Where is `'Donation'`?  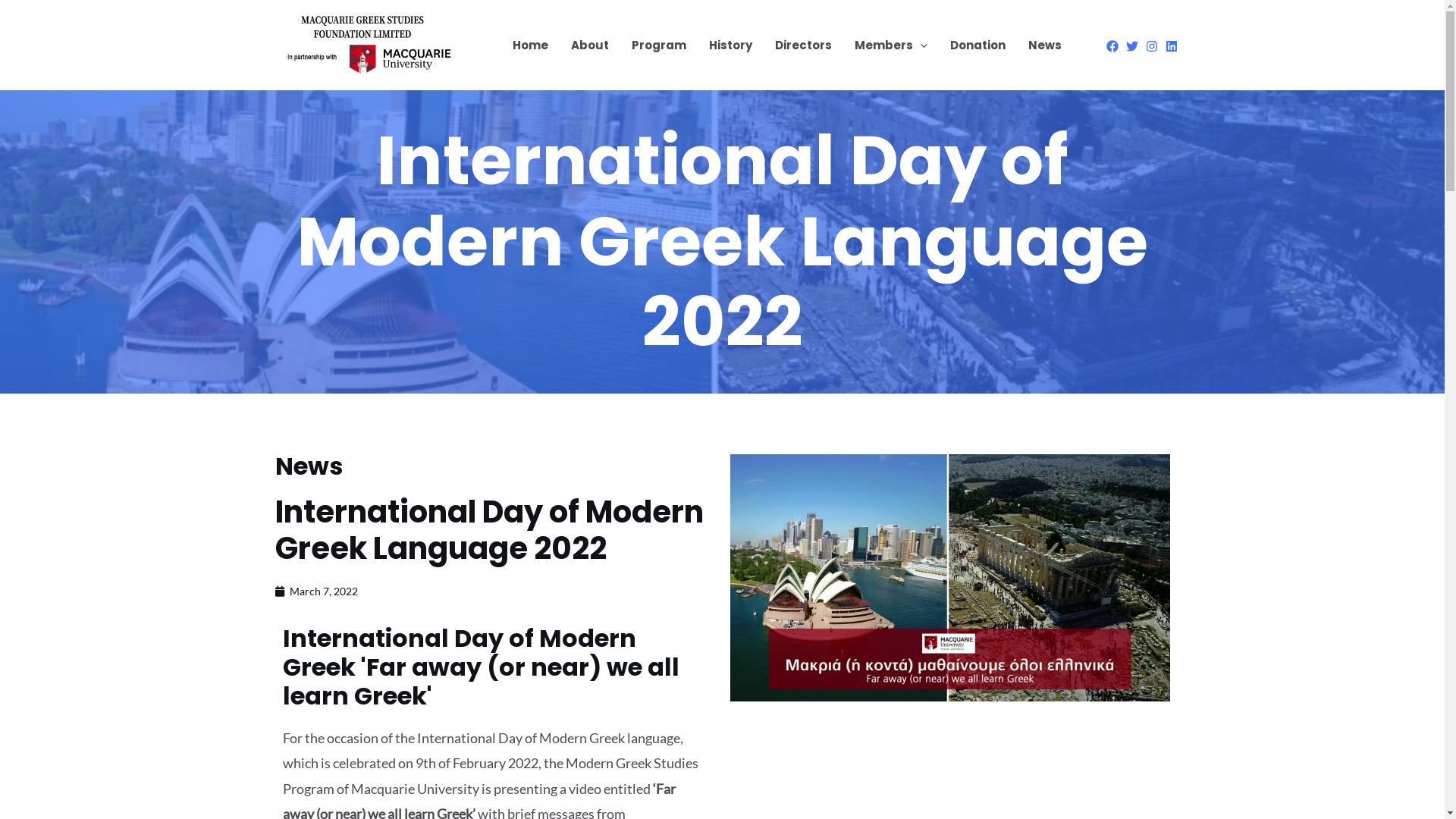 'Donation' is located at coordinates (977, 45).